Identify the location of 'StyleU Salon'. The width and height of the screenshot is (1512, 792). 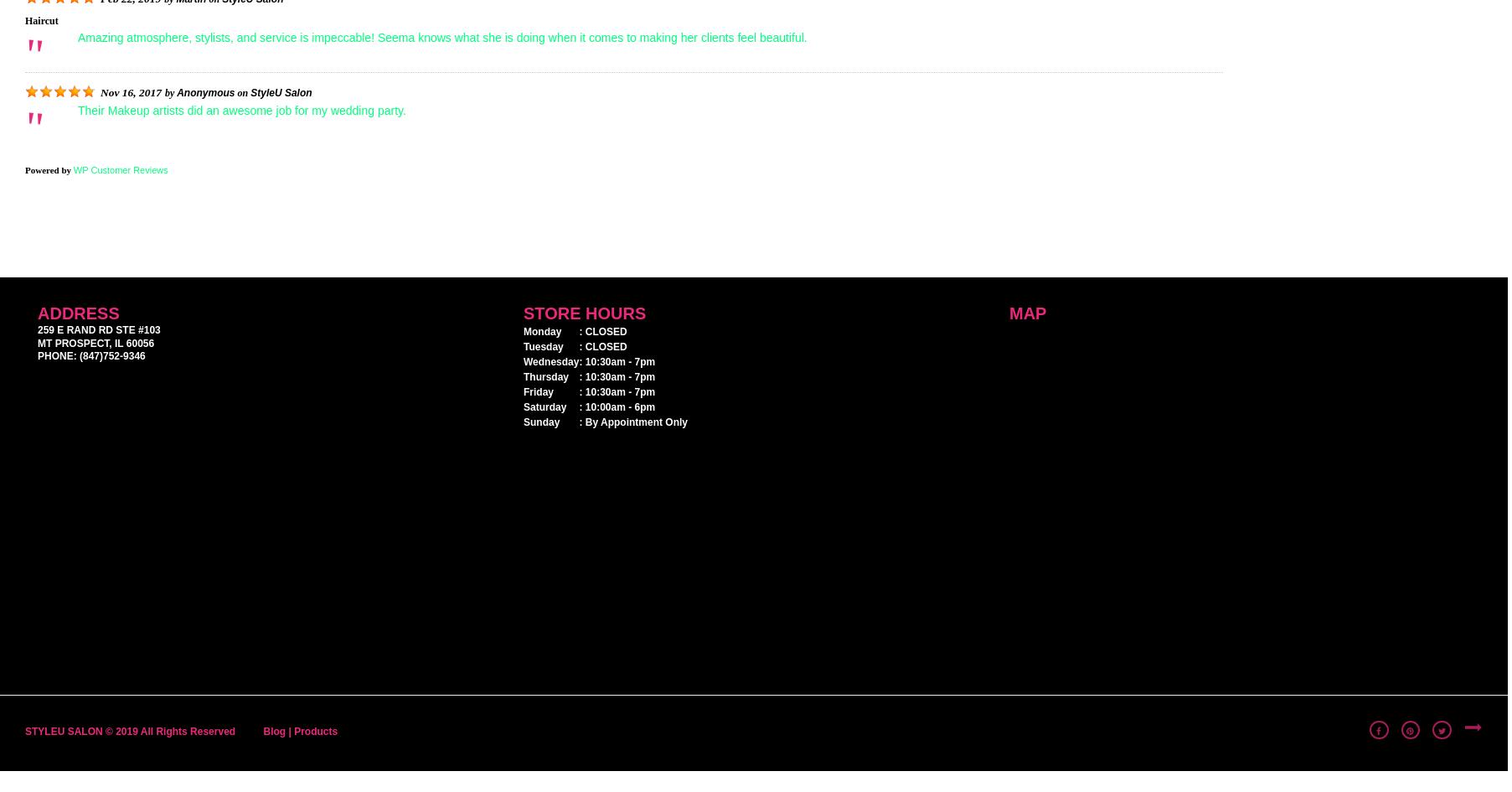
(280, 91).